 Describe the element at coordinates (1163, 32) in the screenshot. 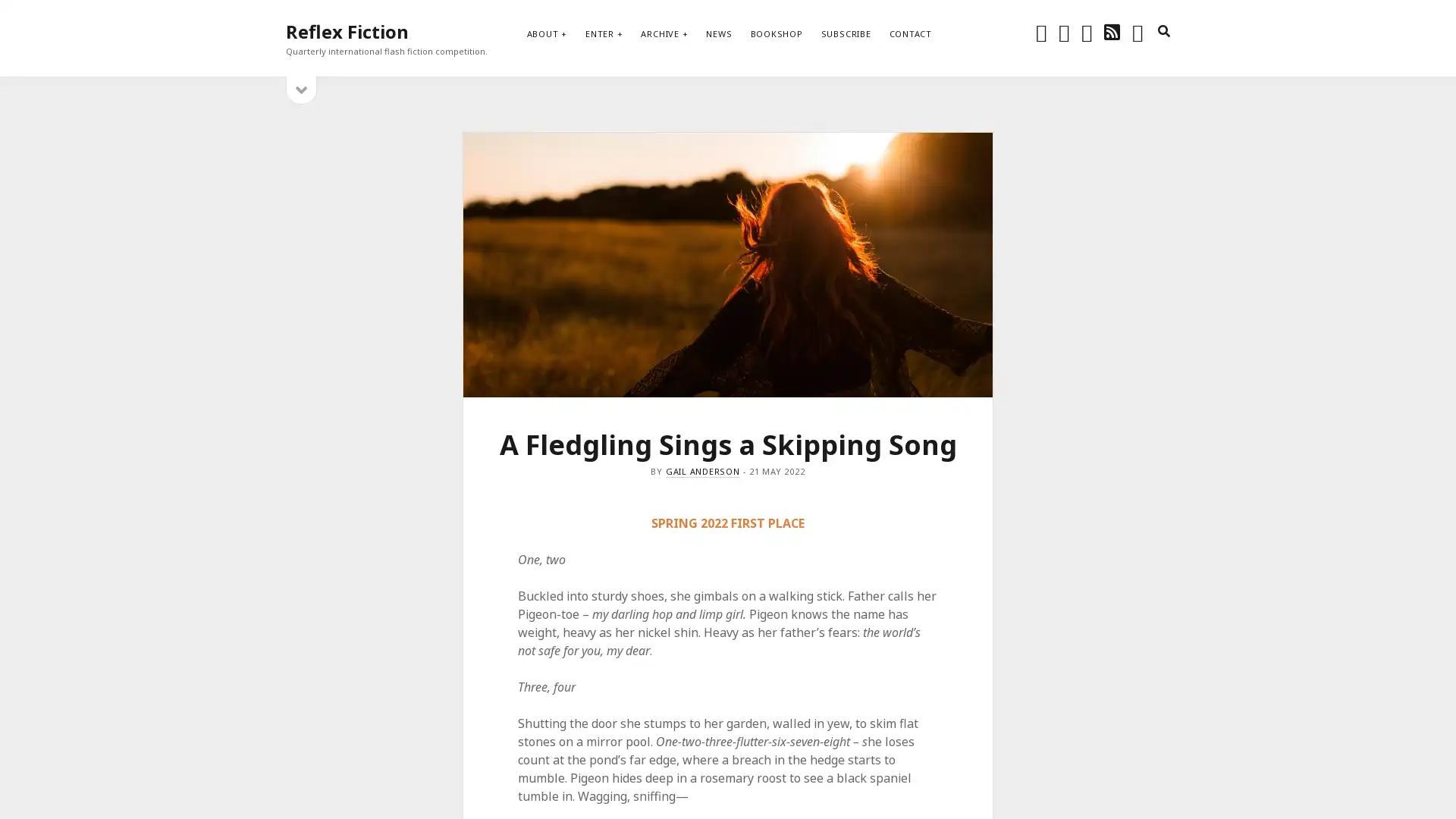

I see `search` at that location.